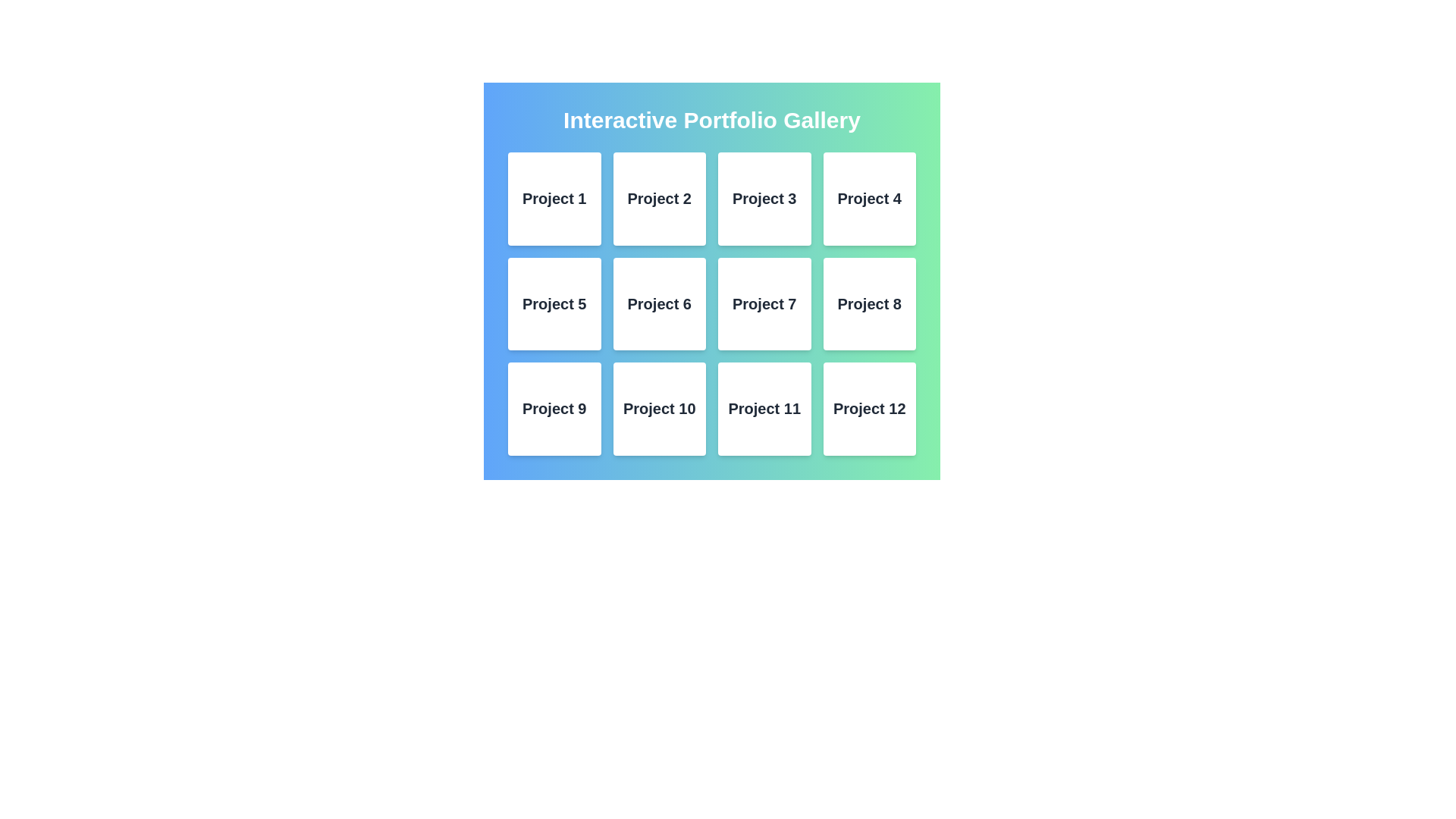 The height and width of the screenshot is (819, 1456). What do you see at coordinates (784, 303) in the screenshot?
I see `the circular button with a light gray background and a blue share icon in the top-right corner of the 'Project 7' card` at bounding box center [784, 303].